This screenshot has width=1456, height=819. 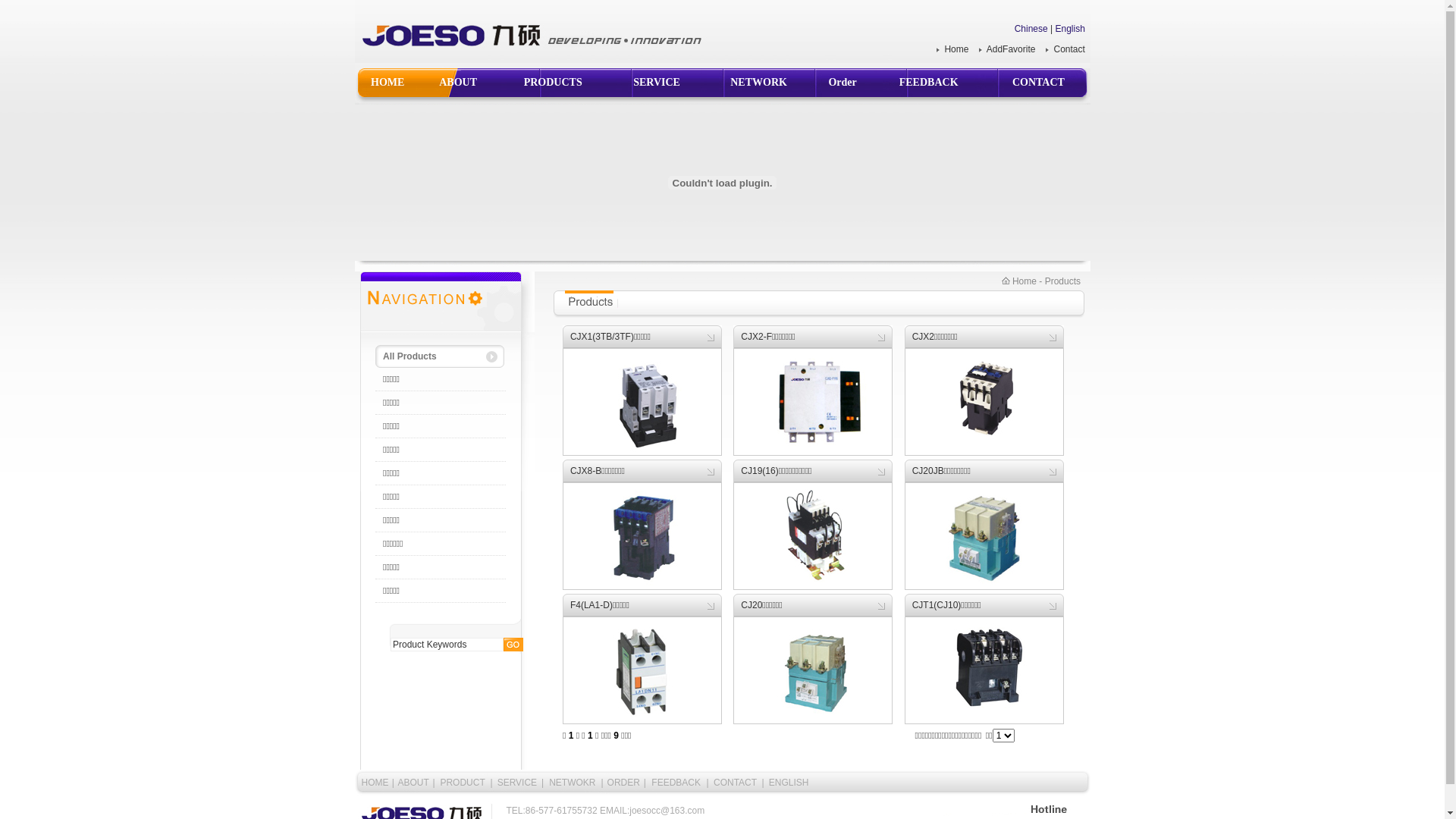 I want to click on 'Chinese', so click(x=1015, y=29).